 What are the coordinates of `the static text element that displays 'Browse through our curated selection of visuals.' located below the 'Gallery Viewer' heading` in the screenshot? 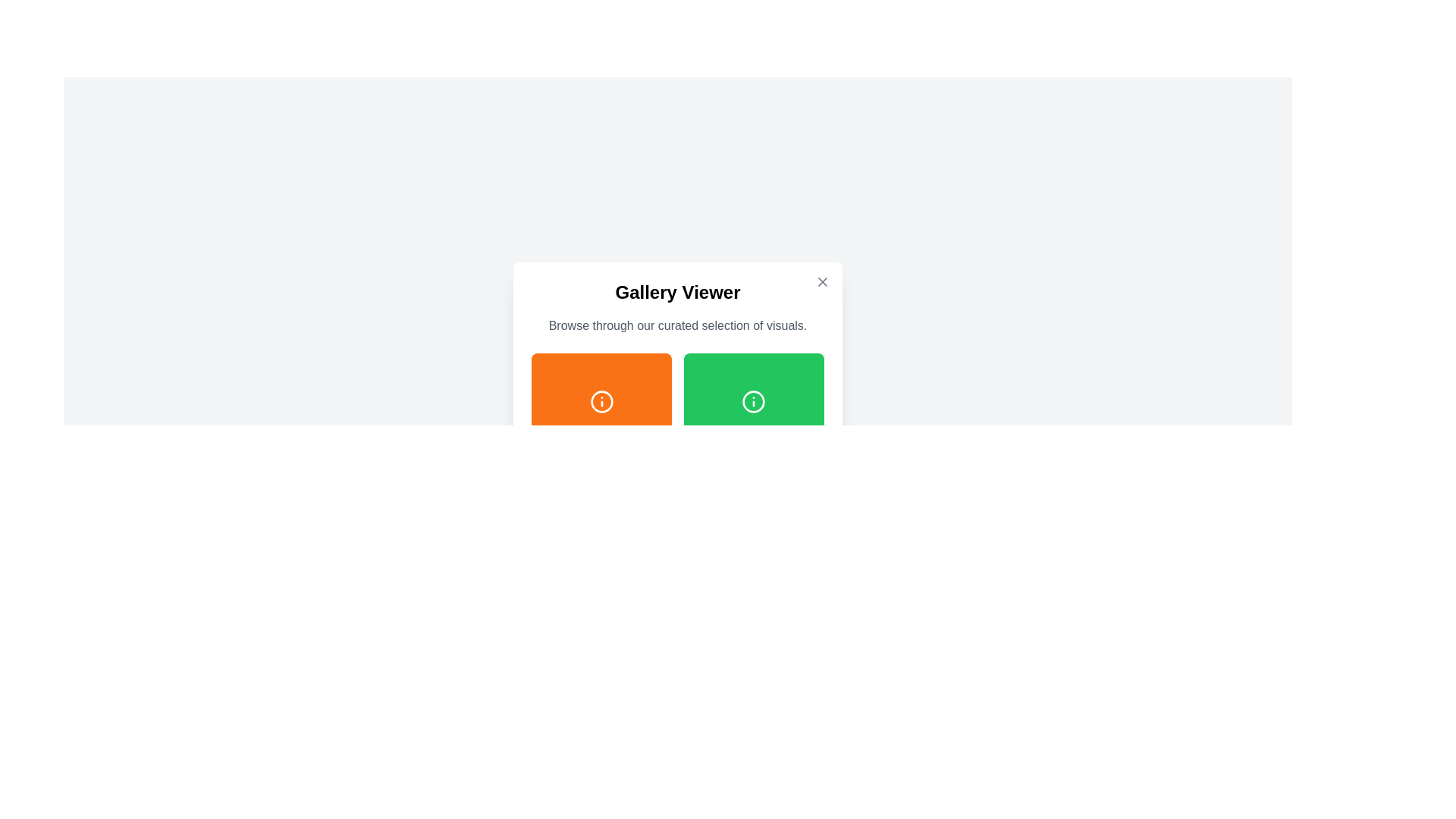 It's located at (676, 325).